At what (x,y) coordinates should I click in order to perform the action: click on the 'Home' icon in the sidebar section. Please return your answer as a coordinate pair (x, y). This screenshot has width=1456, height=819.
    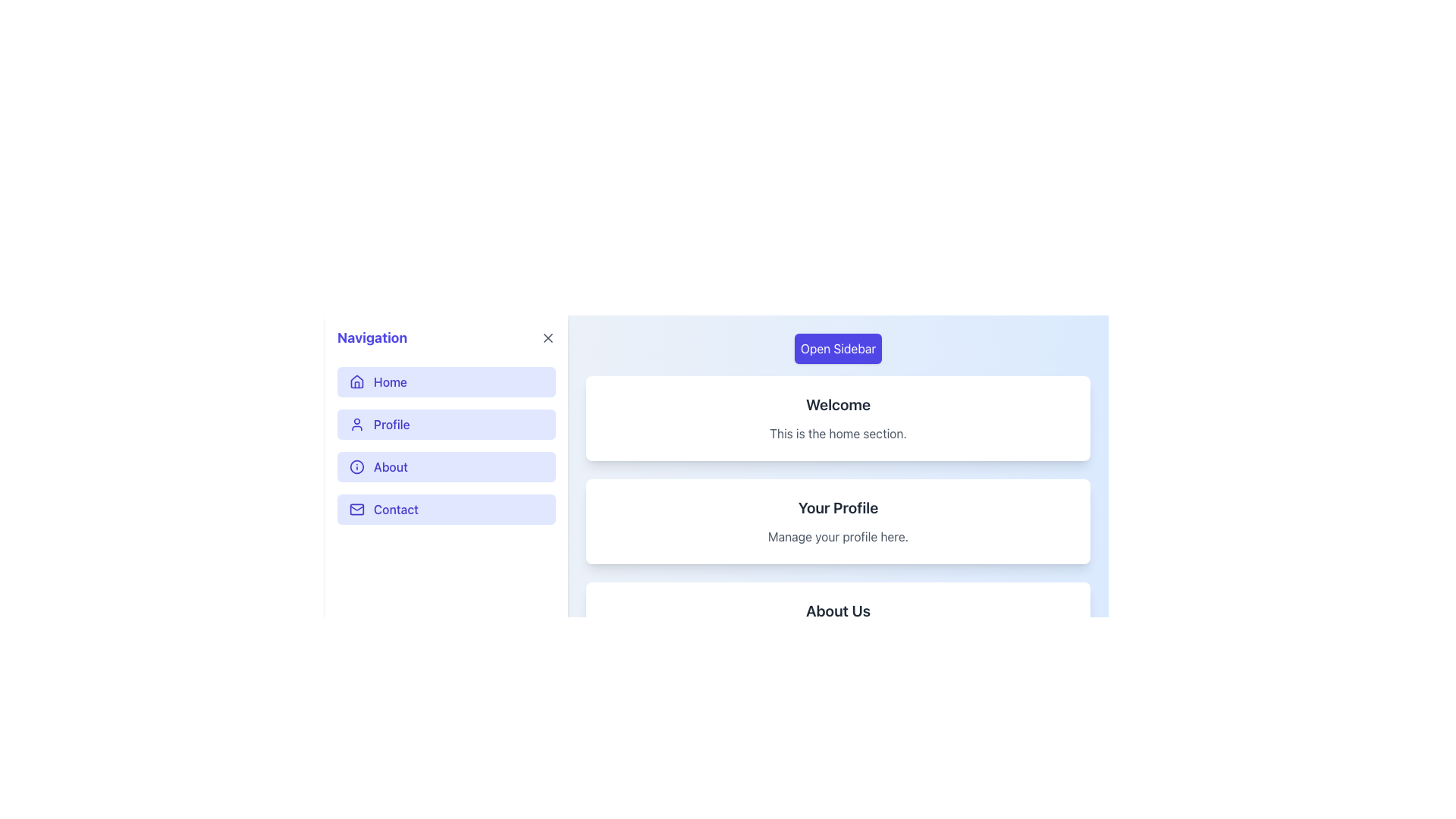
    Looking at the image, I should click on (356, 381).